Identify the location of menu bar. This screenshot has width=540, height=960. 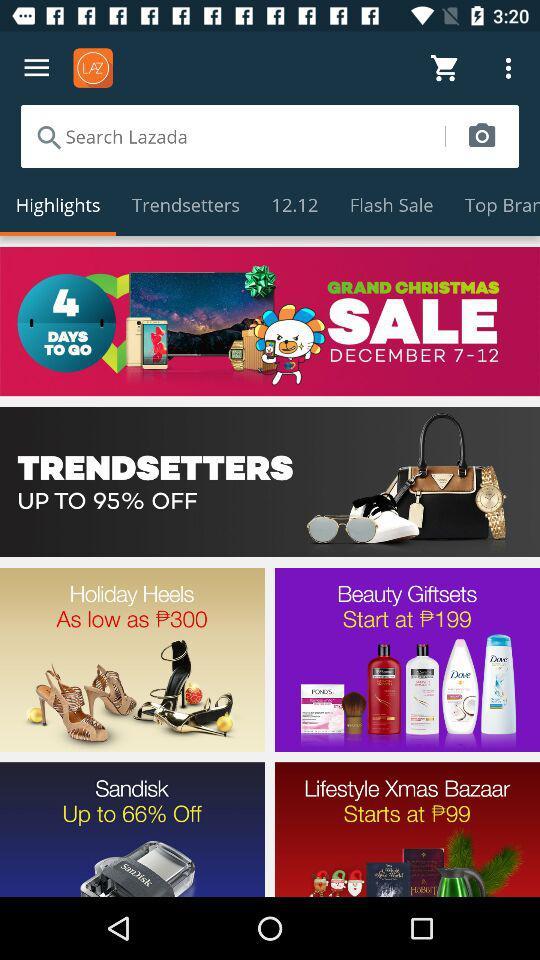
(36, 68).